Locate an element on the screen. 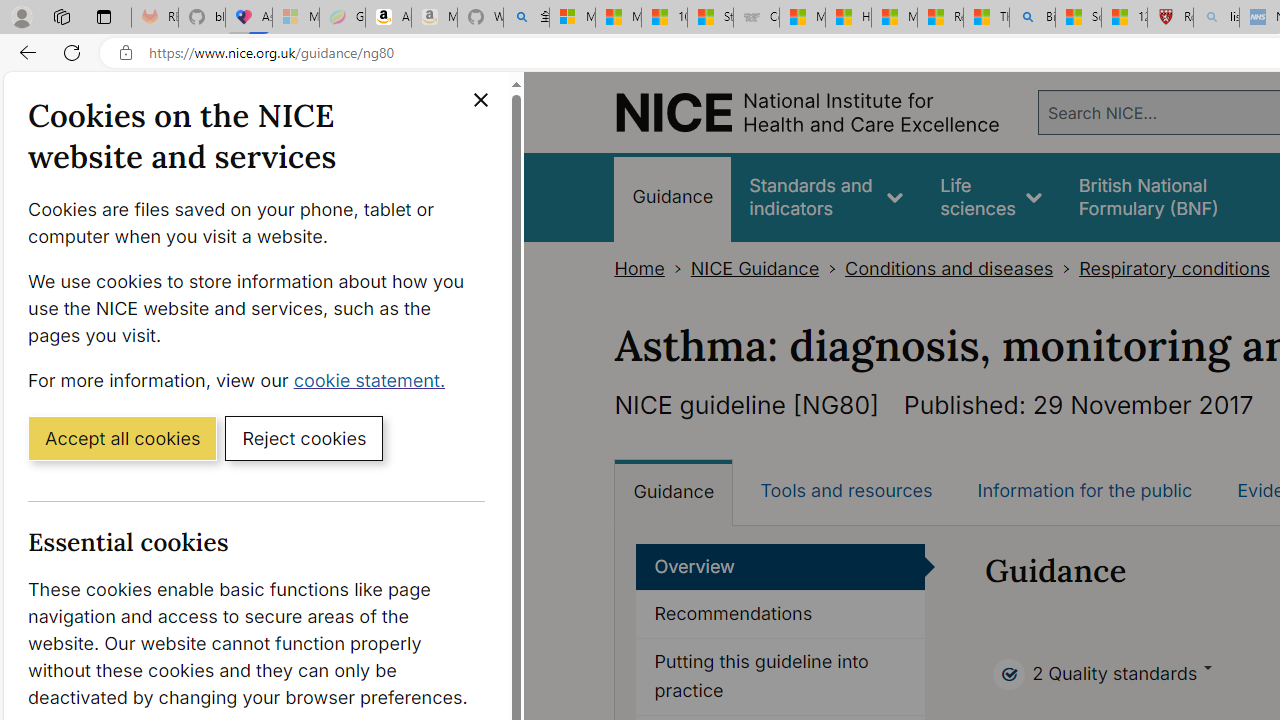 This screenshot has height=720, width=1280. 'Conditions and diseases>' is located at coordinates (962, 268).